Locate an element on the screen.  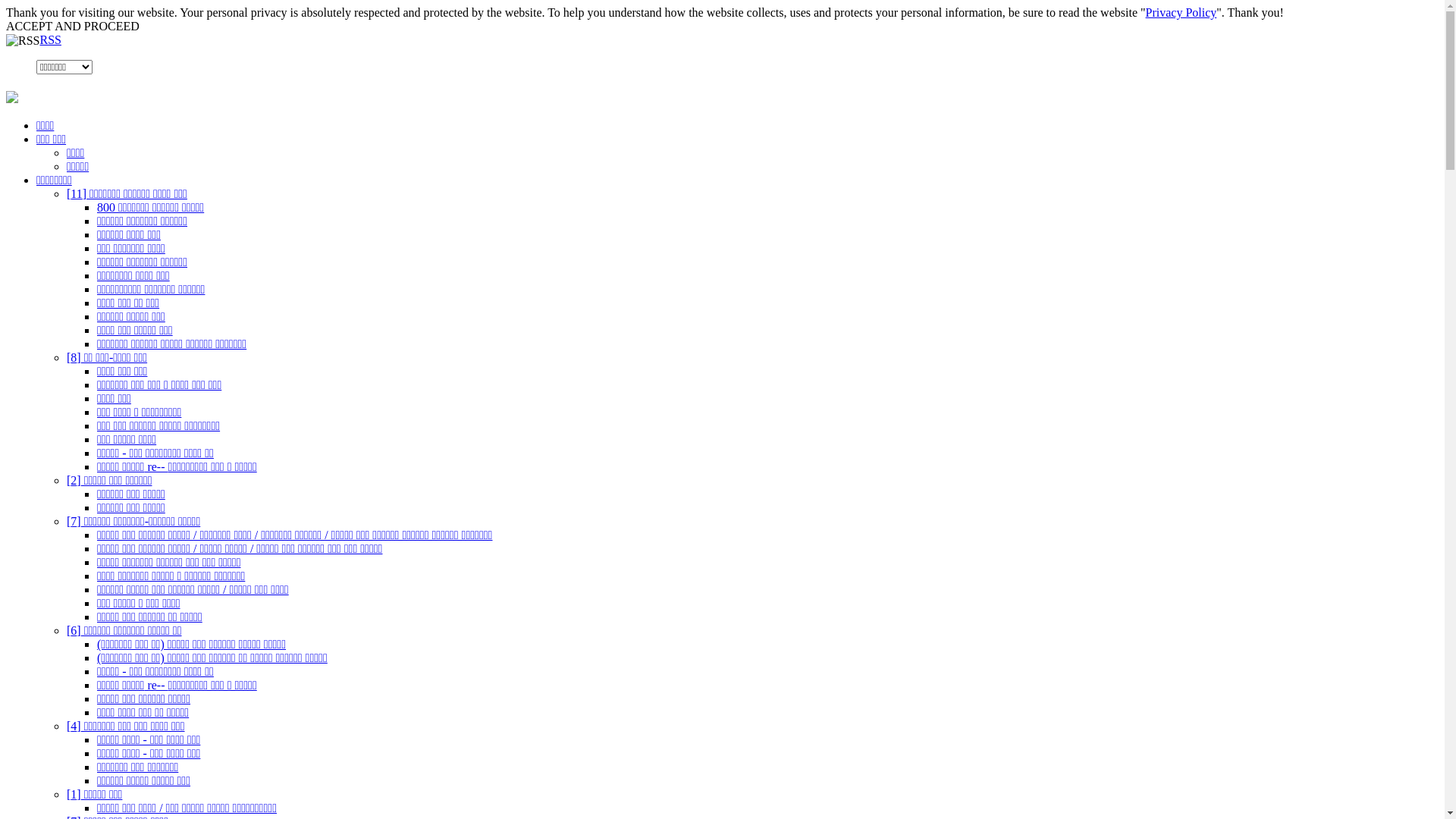
'Privacy Policy' is located at coordinates (1181, 12).